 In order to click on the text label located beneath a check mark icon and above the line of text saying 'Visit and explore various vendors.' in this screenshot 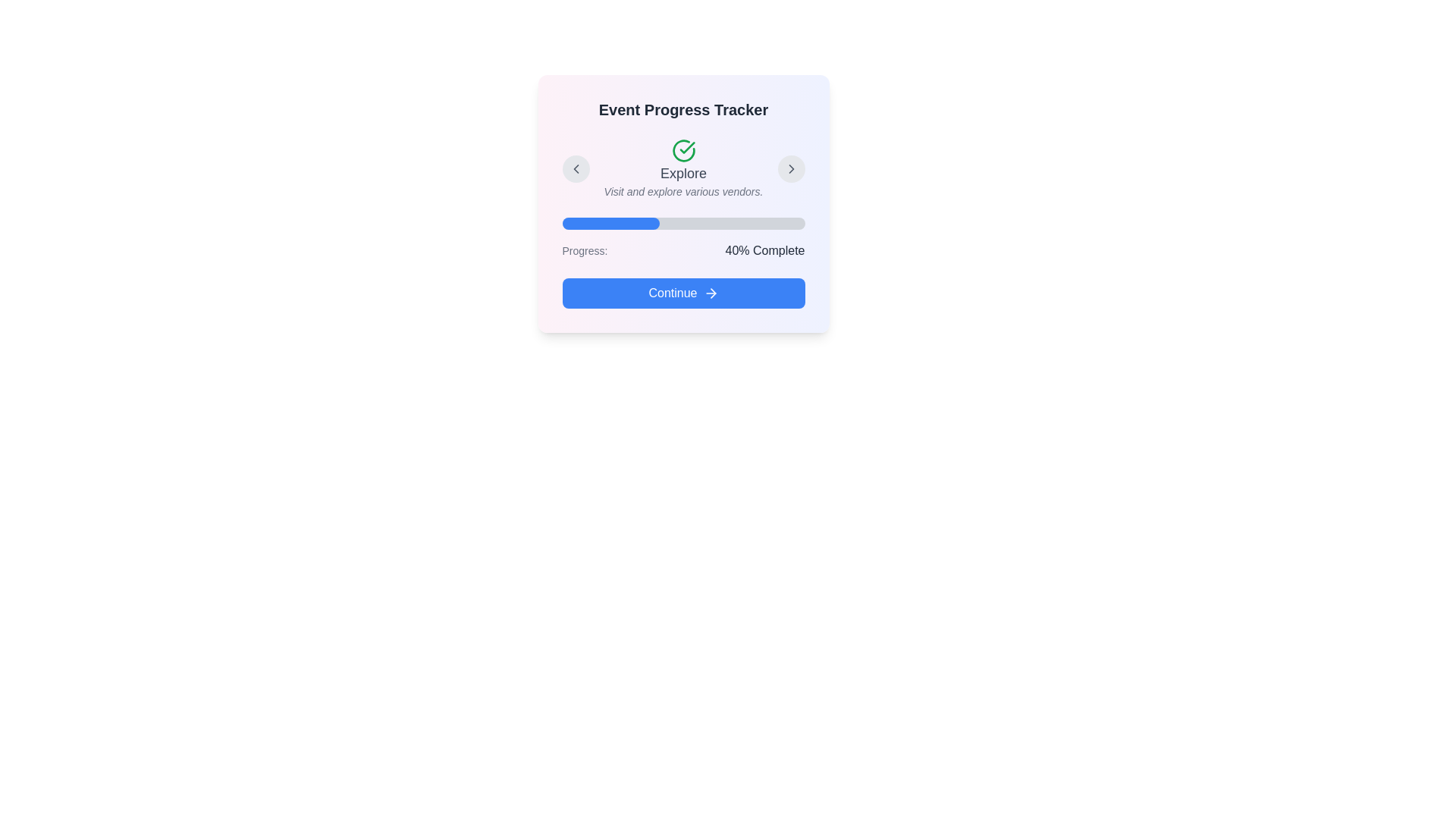, I will do `click(682, 172)`.